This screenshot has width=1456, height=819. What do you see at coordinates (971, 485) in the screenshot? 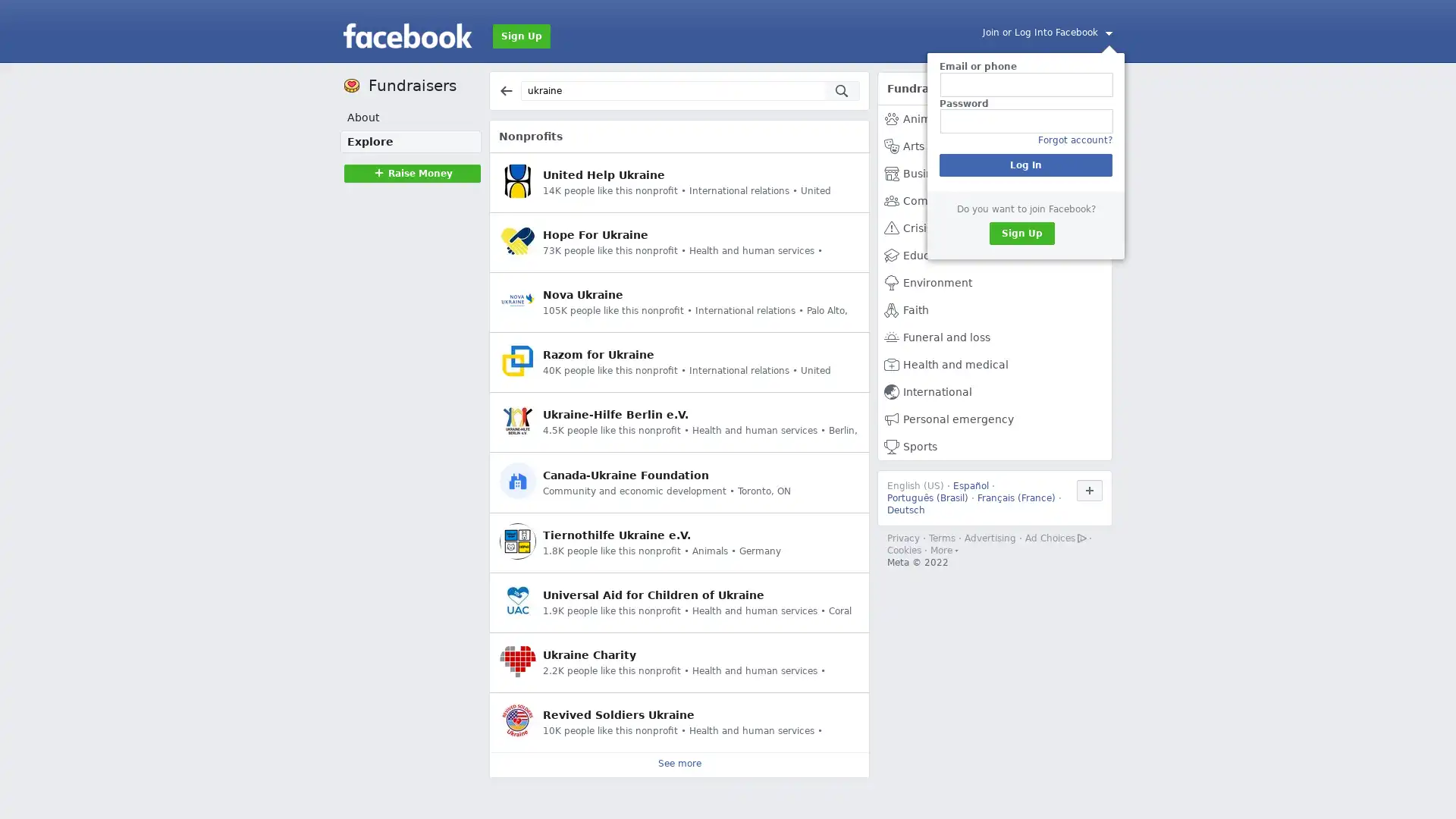
I see `Espanol` at bounding box center [971, 485].